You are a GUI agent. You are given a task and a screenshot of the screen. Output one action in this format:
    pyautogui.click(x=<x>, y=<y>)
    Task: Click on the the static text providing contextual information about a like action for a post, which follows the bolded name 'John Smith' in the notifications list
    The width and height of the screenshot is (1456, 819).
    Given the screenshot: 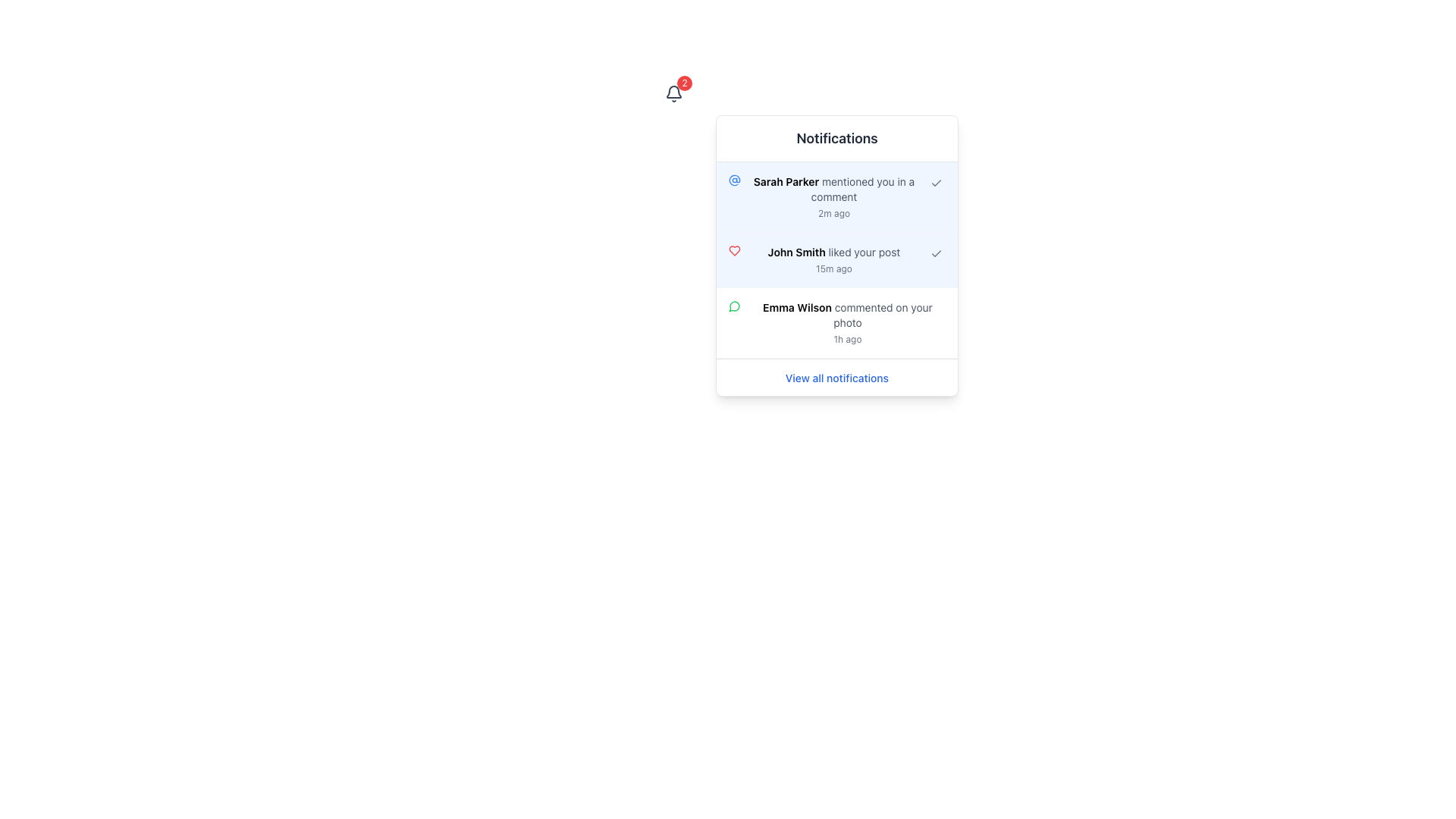 What is the action you would take?
    pyautogui.click(x=864, y=251)
    